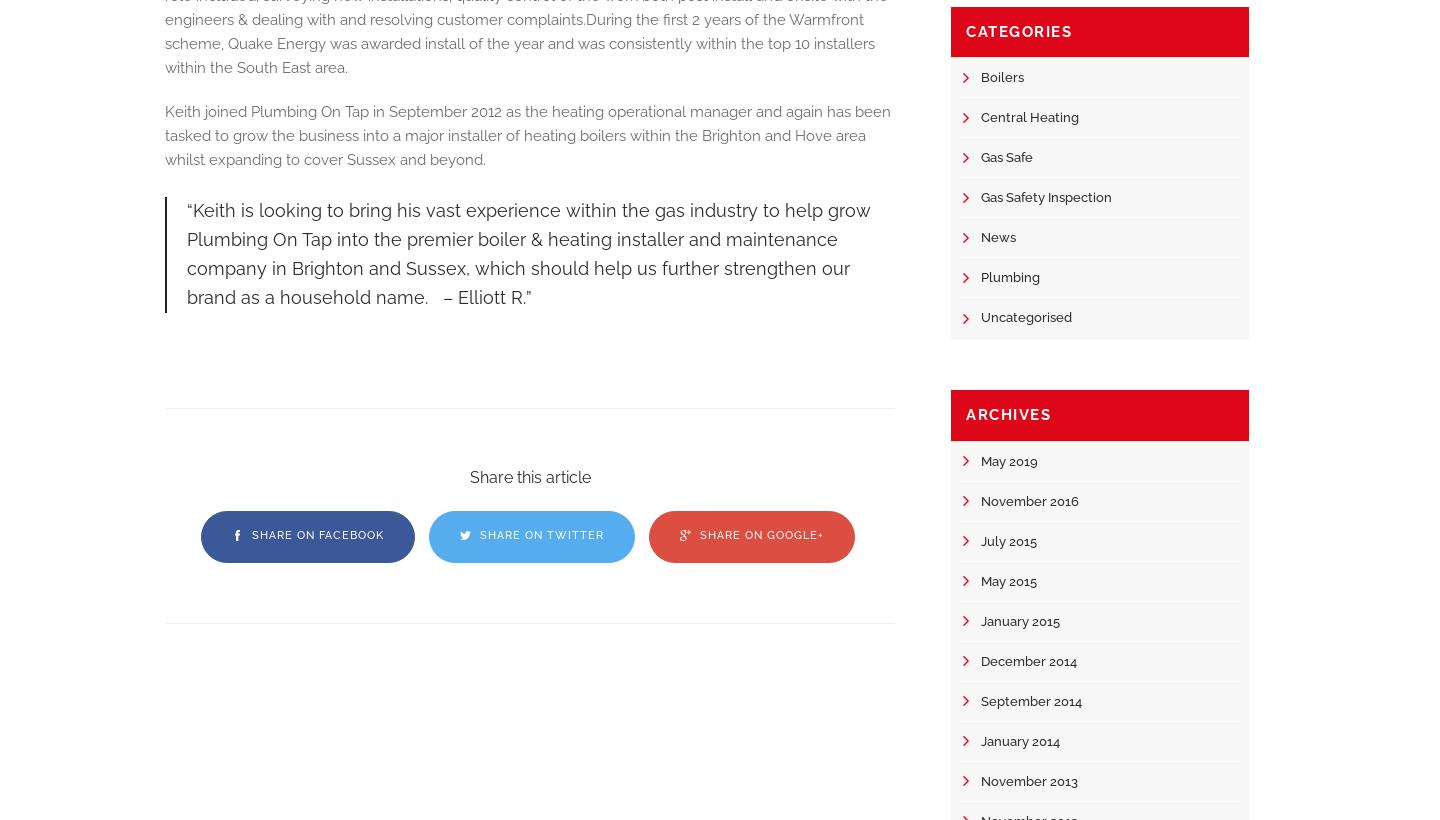 The image size is (1440, 820). I want to click on 'Keith is looking to bring his vast experience within the gas industry to help grow Plumbing On Tap into the premier boiler & heating installer and maintenance company in Brighton and Sussex, which should help us further strengthen our brand as a household name.   – Elliott R.', so click(528, 252).